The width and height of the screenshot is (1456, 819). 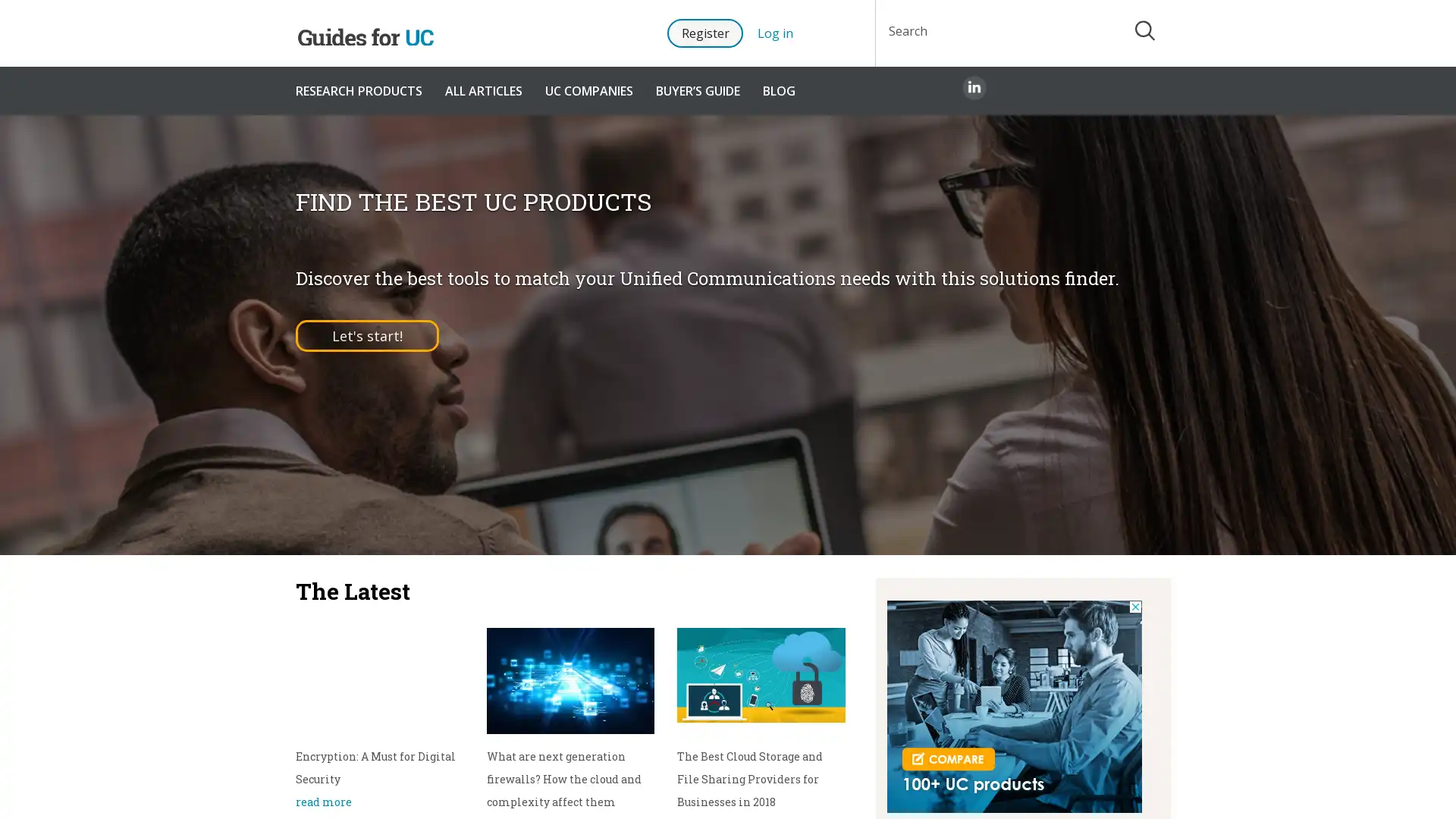 I want to click on Let's start!, so click(x=367, y=334).